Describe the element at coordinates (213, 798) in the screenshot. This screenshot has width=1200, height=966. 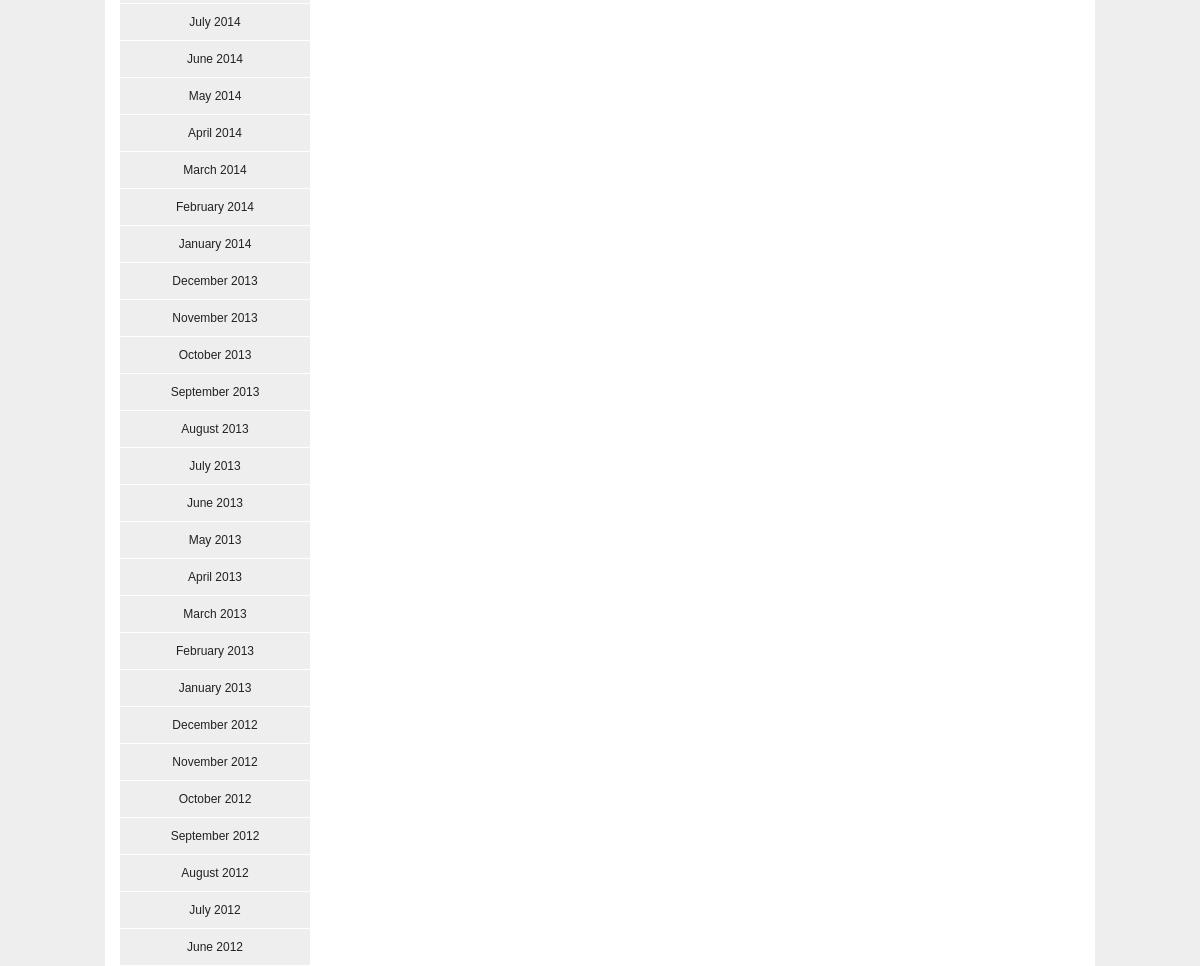
I see `'October 2012'` at that location.